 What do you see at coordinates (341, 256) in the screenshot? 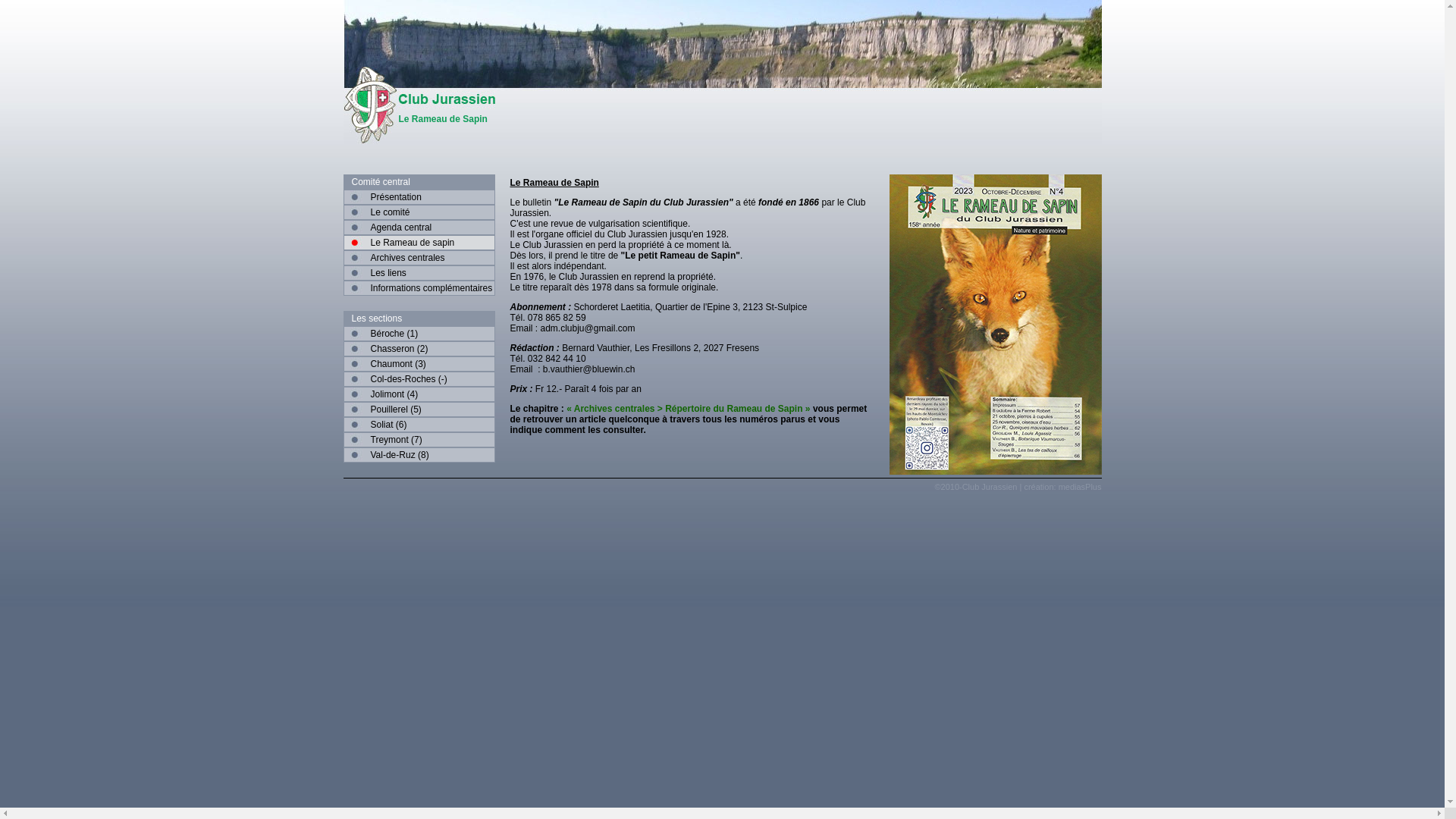
I see `'Archives centrales'` at bounding box center [341, 256].